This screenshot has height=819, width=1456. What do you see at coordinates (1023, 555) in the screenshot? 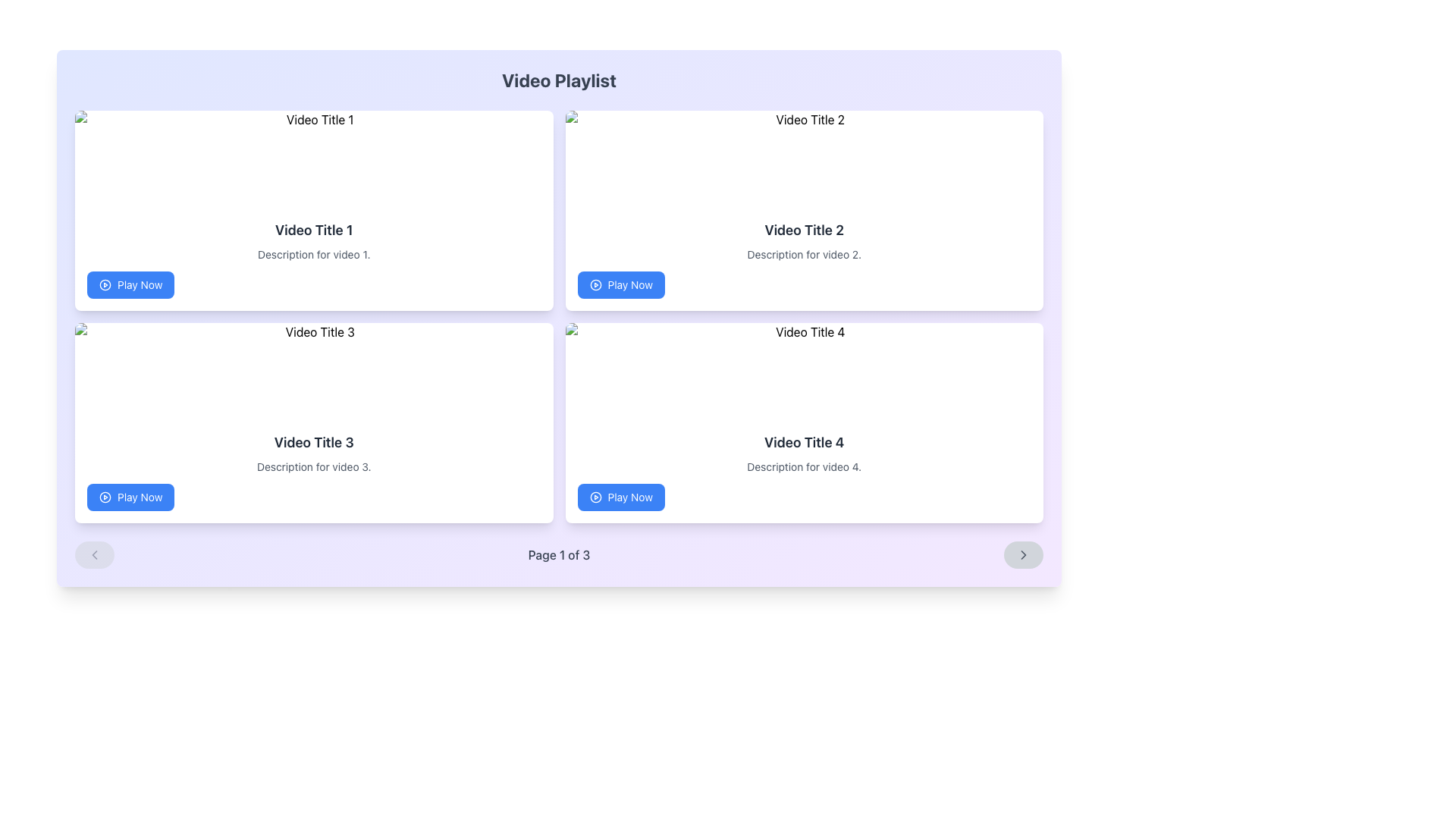
I see `the forward navigation button located at the far right of the pagination controls, next to the text 'Page 1 of 3', to provide visual feedback` at bounding box center [1023, 555].